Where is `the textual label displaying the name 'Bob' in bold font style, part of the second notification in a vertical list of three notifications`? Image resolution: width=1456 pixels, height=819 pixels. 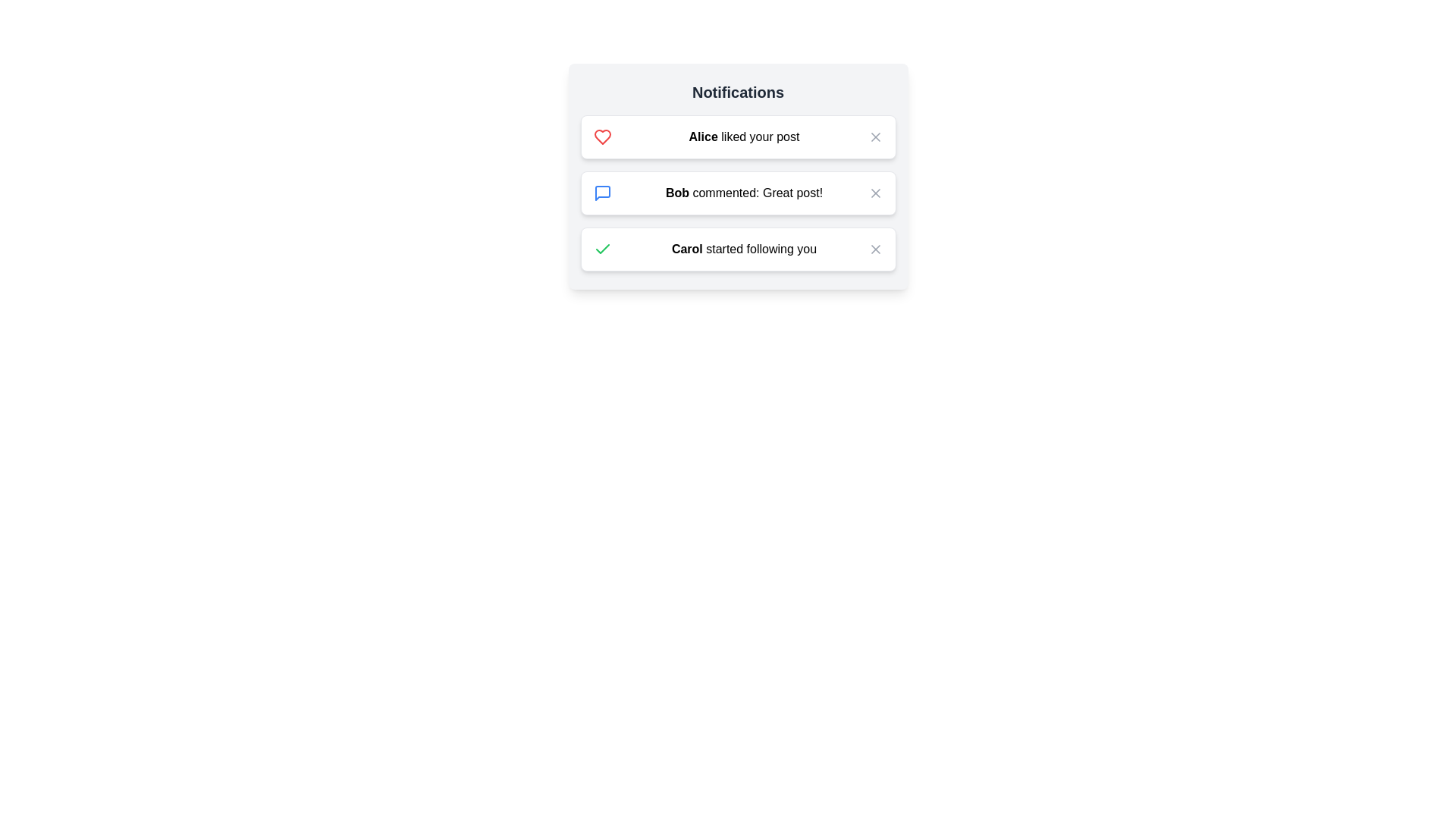
the textual label displaying the name 'Bob' in bold font style, part of the second notification in a vertical list of three notifications is located at coordinates (676, 192).